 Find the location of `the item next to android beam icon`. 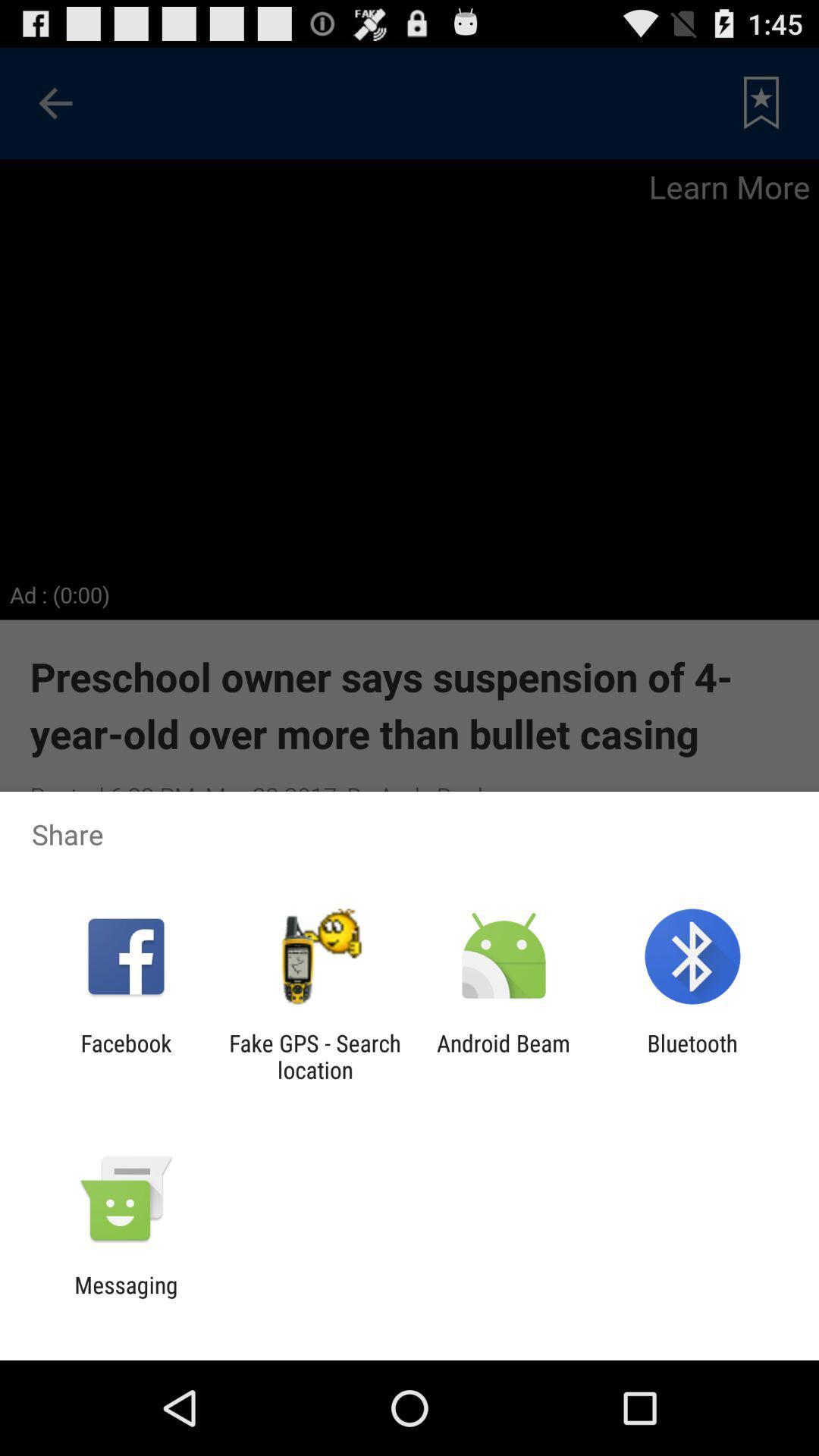

the item next to android beam icon is located at coordinates (314, 1056).